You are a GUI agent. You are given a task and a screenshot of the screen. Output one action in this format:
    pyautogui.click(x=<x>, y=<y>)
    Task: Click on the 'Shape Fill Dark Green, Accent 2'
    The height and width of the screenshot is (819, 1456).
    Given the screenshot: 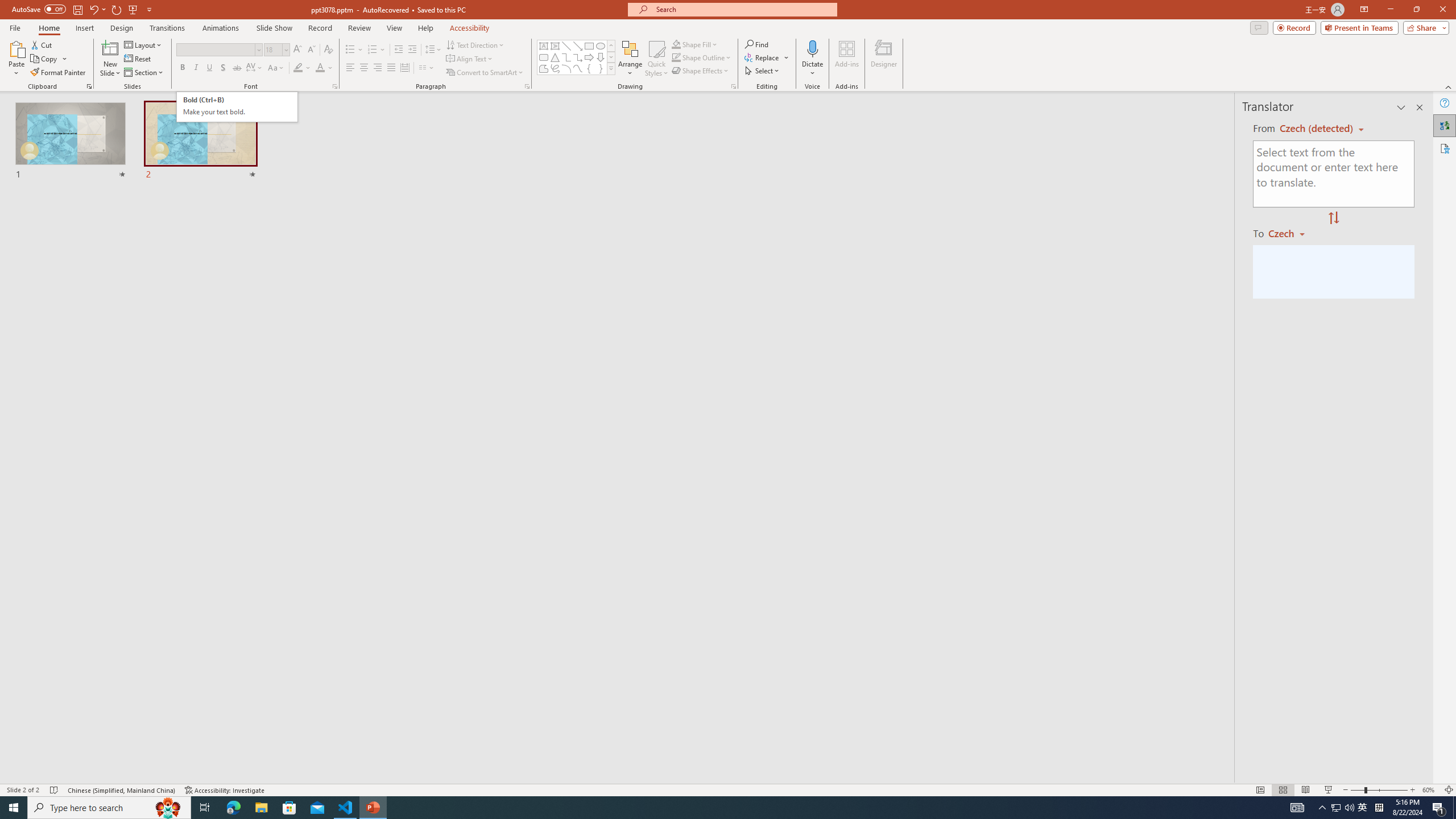 What is the action you would take?
    pyautogui.click(x=676, y=44)
    